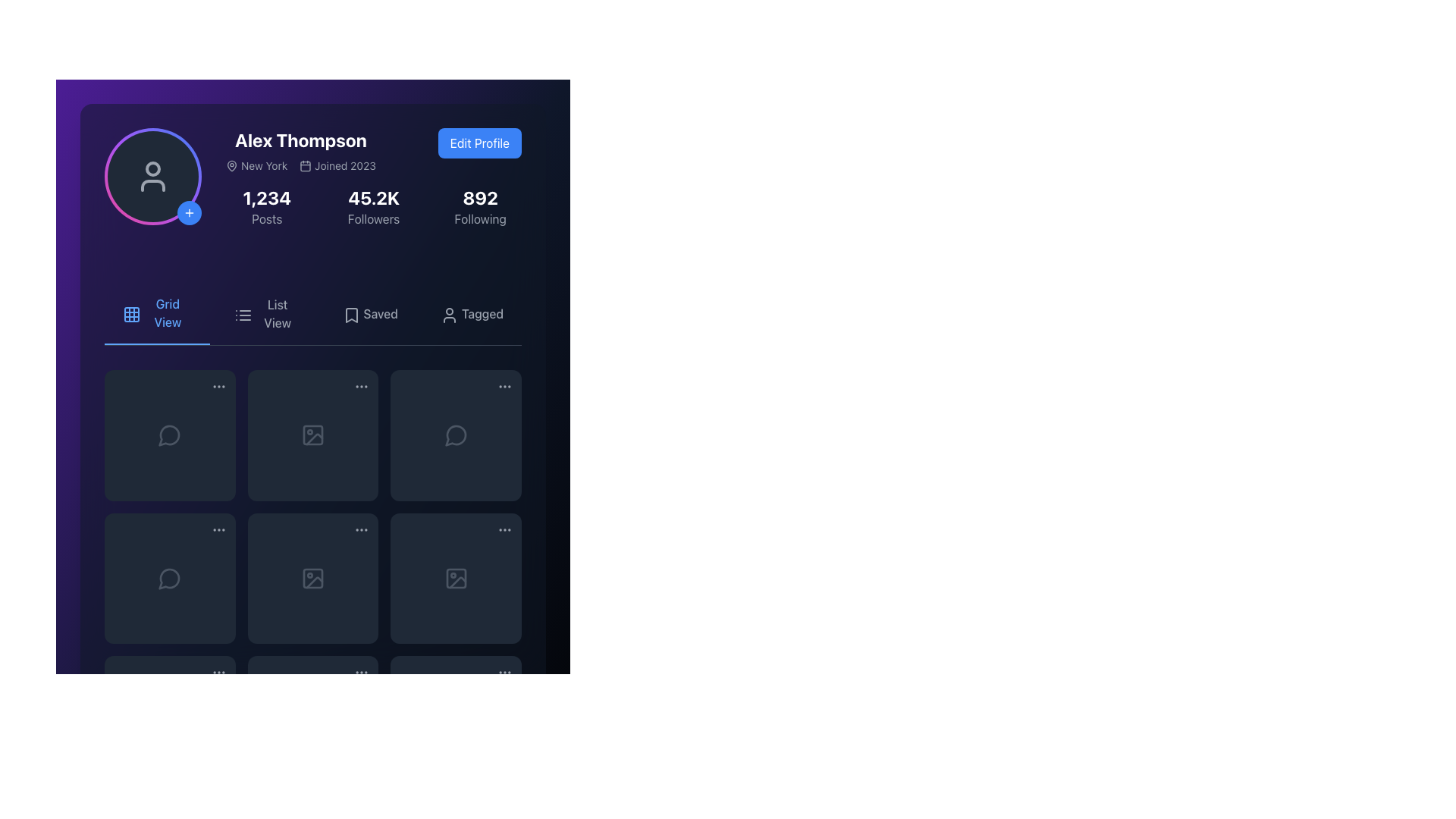 This screenshot has height=819, width=1456. Describe the element at coordinates (231, 165) in the screenshot. I see `the location icon positioned directly to the left of the text 'New York' in the header section of the interface` at that location.